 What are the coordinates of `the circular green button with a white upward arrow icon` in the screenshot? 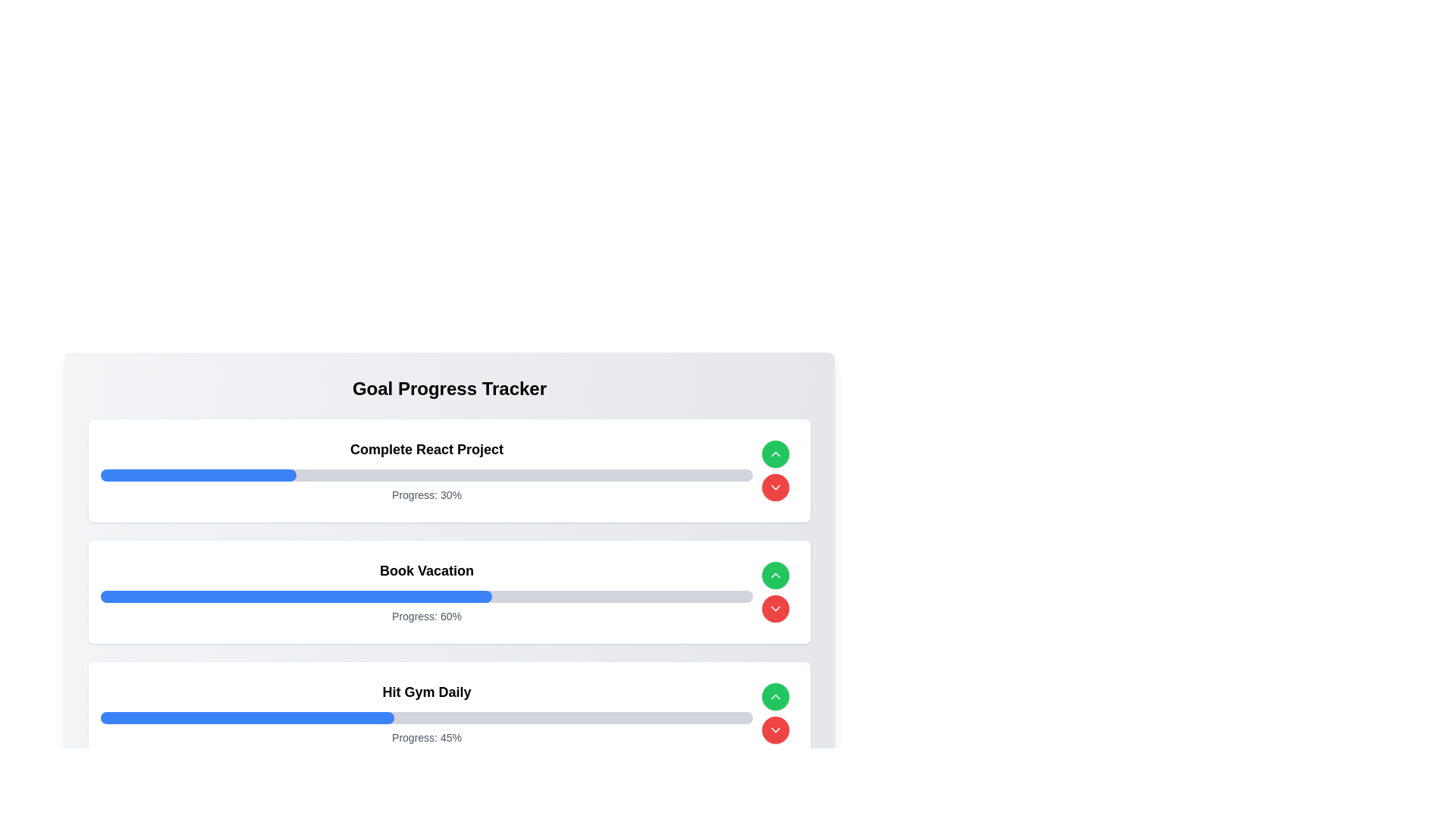 It's located at (775, 453).